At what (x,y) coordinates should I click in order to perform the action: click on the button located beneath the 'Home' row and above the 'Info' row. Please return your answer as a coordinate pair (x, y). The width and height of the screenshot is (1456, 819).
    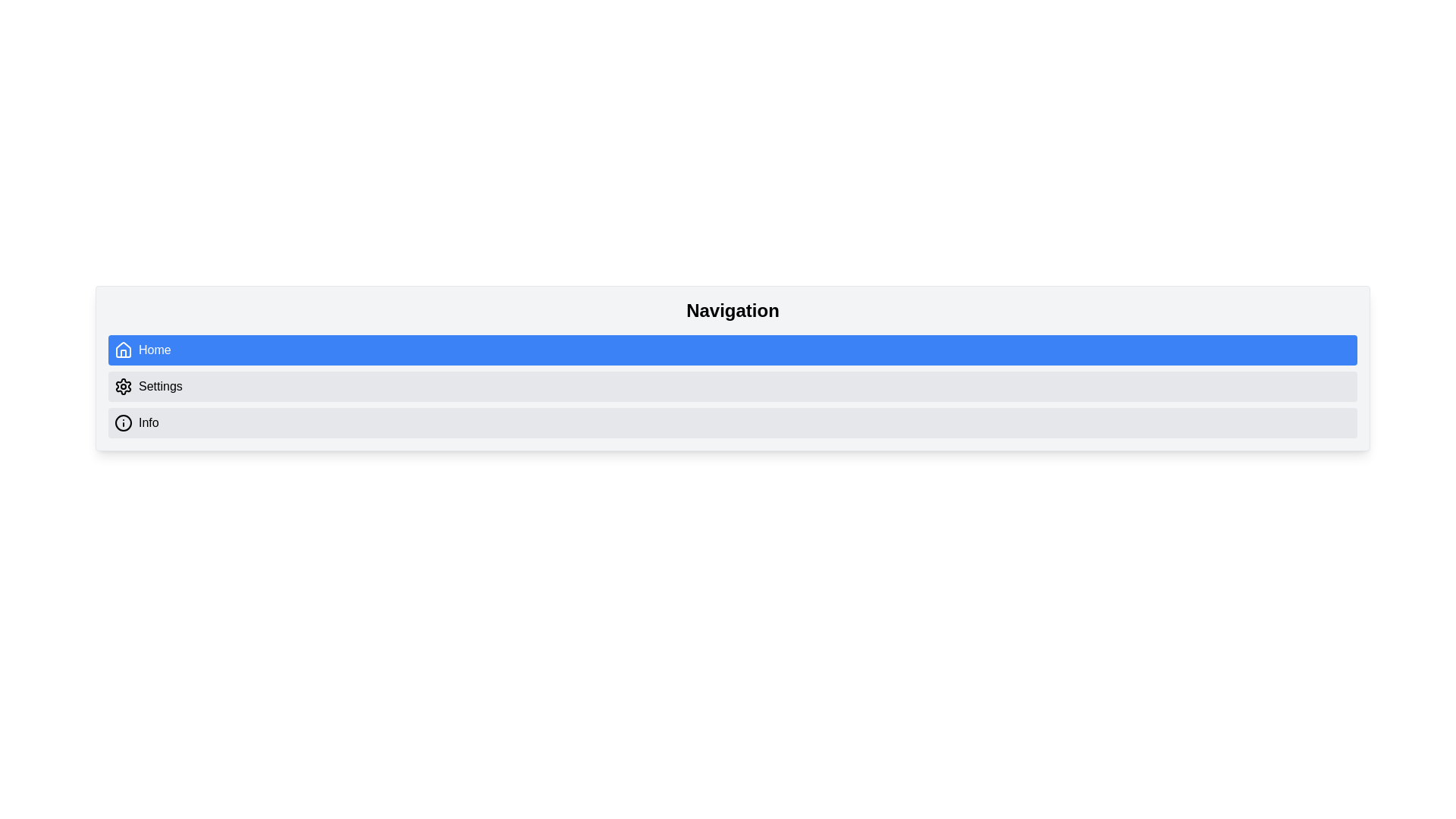
    Looking at the image, I should click on (733, 385).